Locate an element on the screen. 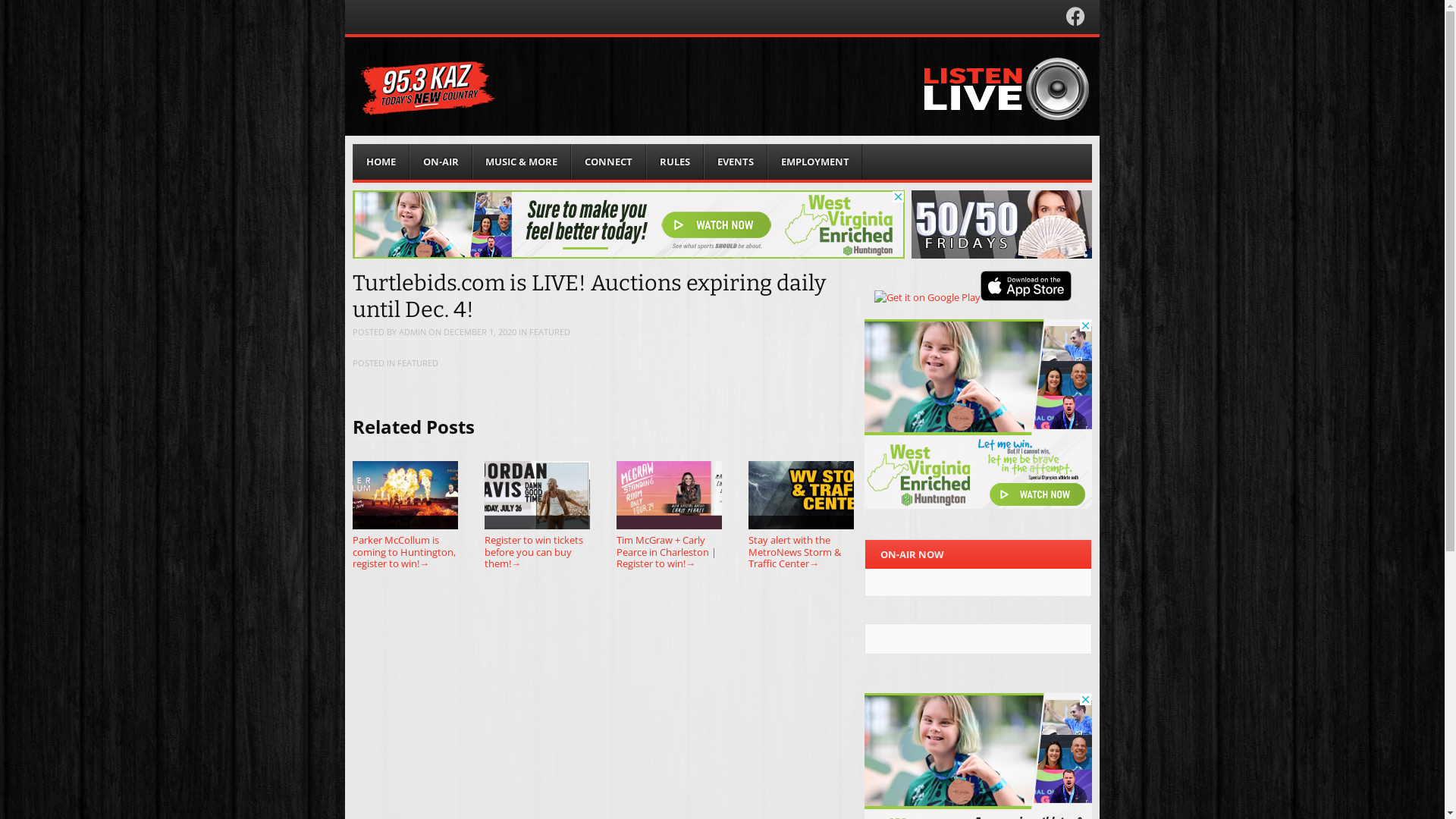 The image size is (1456, 819). 'FEATURED' is located at coordinates (397, 362).